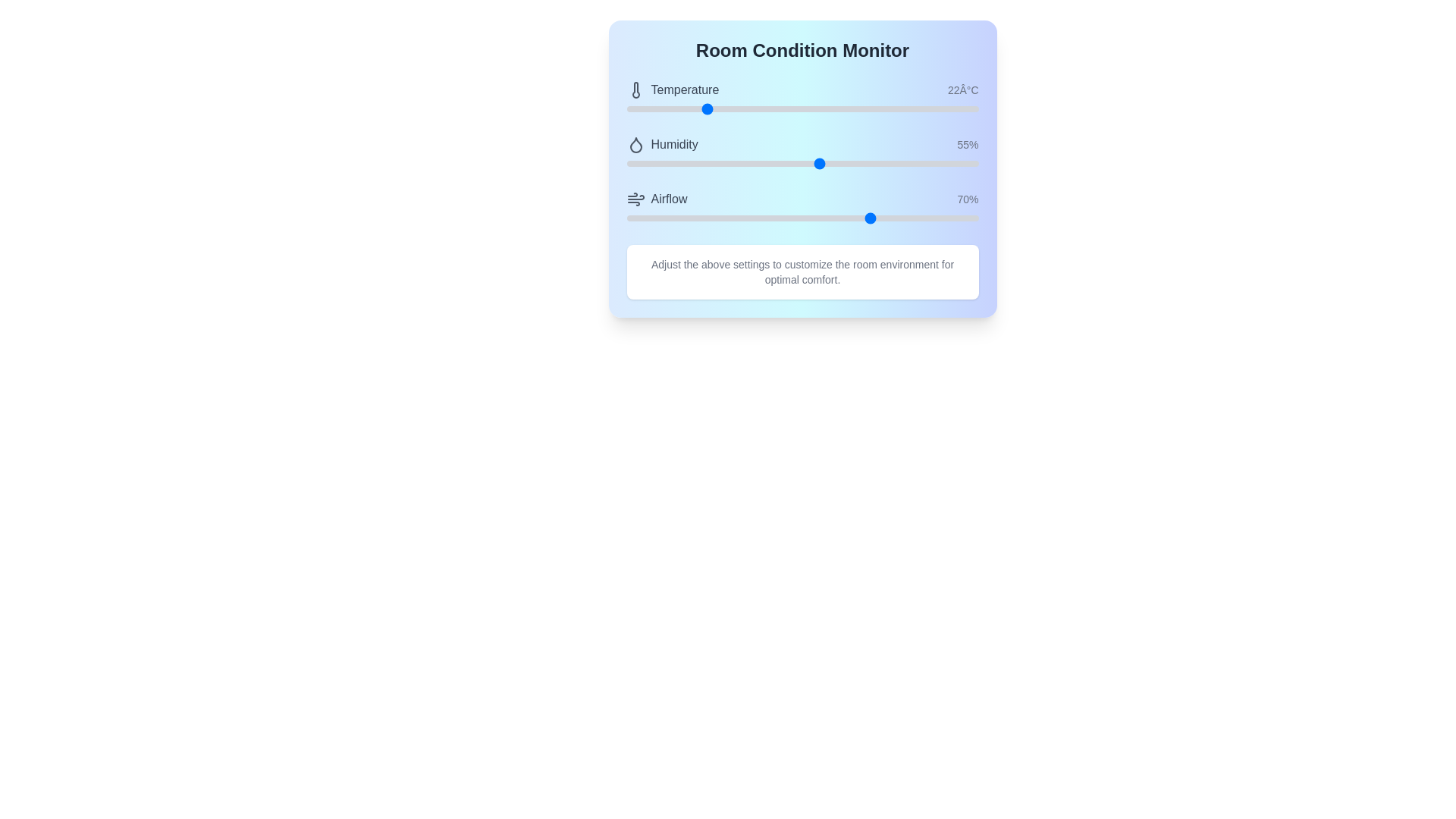 The image size is (1456, 819). What do you see at coordinates (742, 164) in the screenshot?
I see `the humidity level` at bounding box center [742, 164].